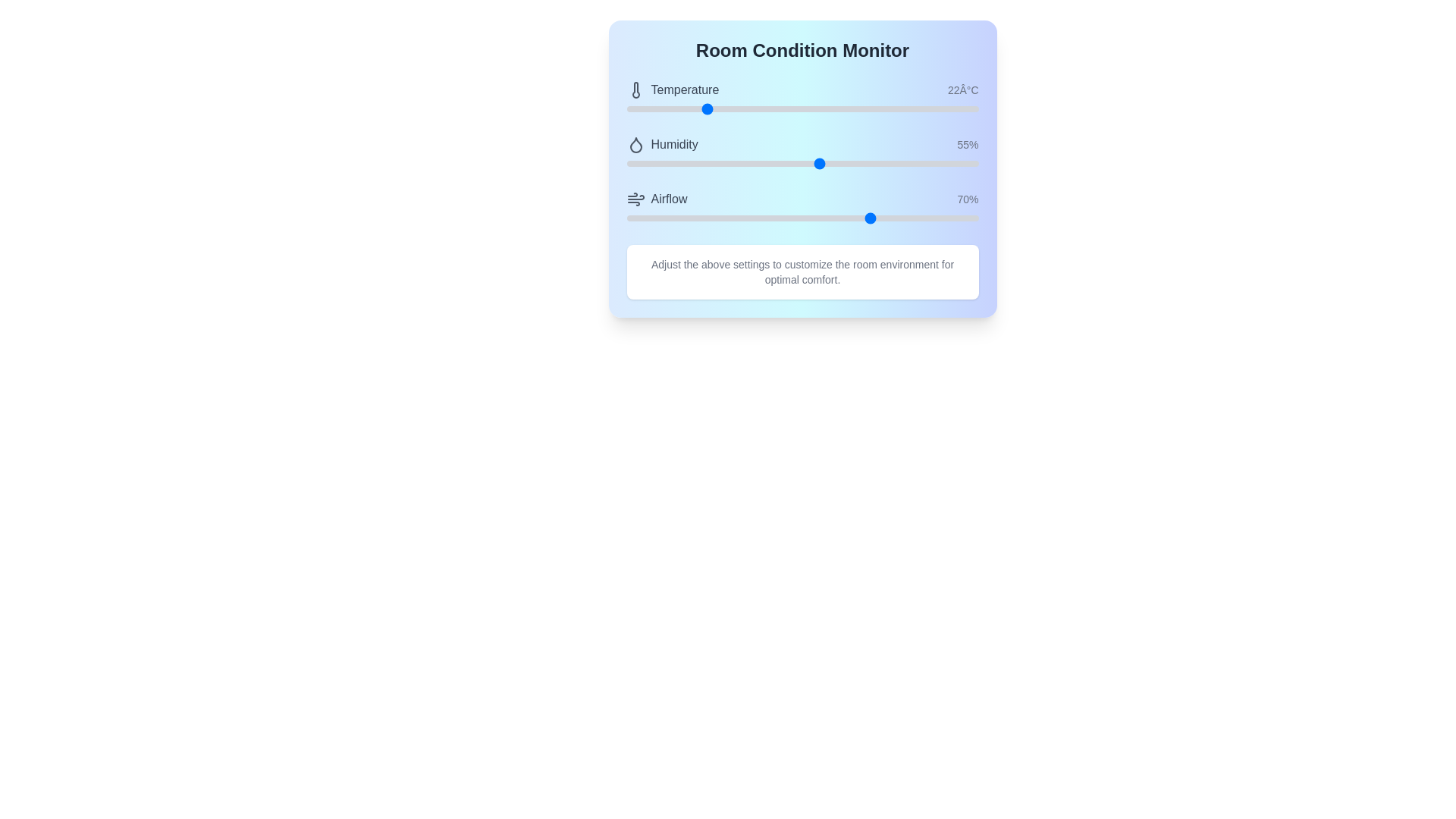 The image size is (1456, 819). What do you see at coordinates (742, 164) in the screenshot?
I see `the humidity level` at bounding box center [742, 164].